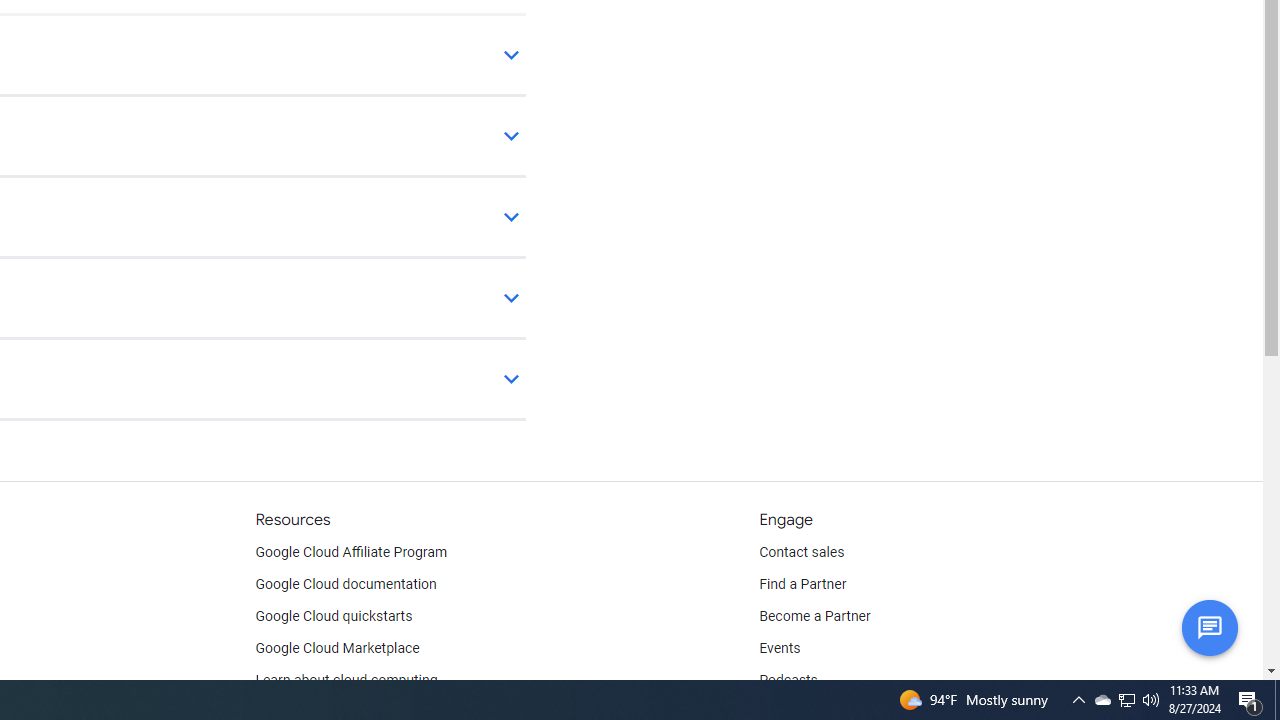  I want to click on 'Contact sales', so click(801, 552).